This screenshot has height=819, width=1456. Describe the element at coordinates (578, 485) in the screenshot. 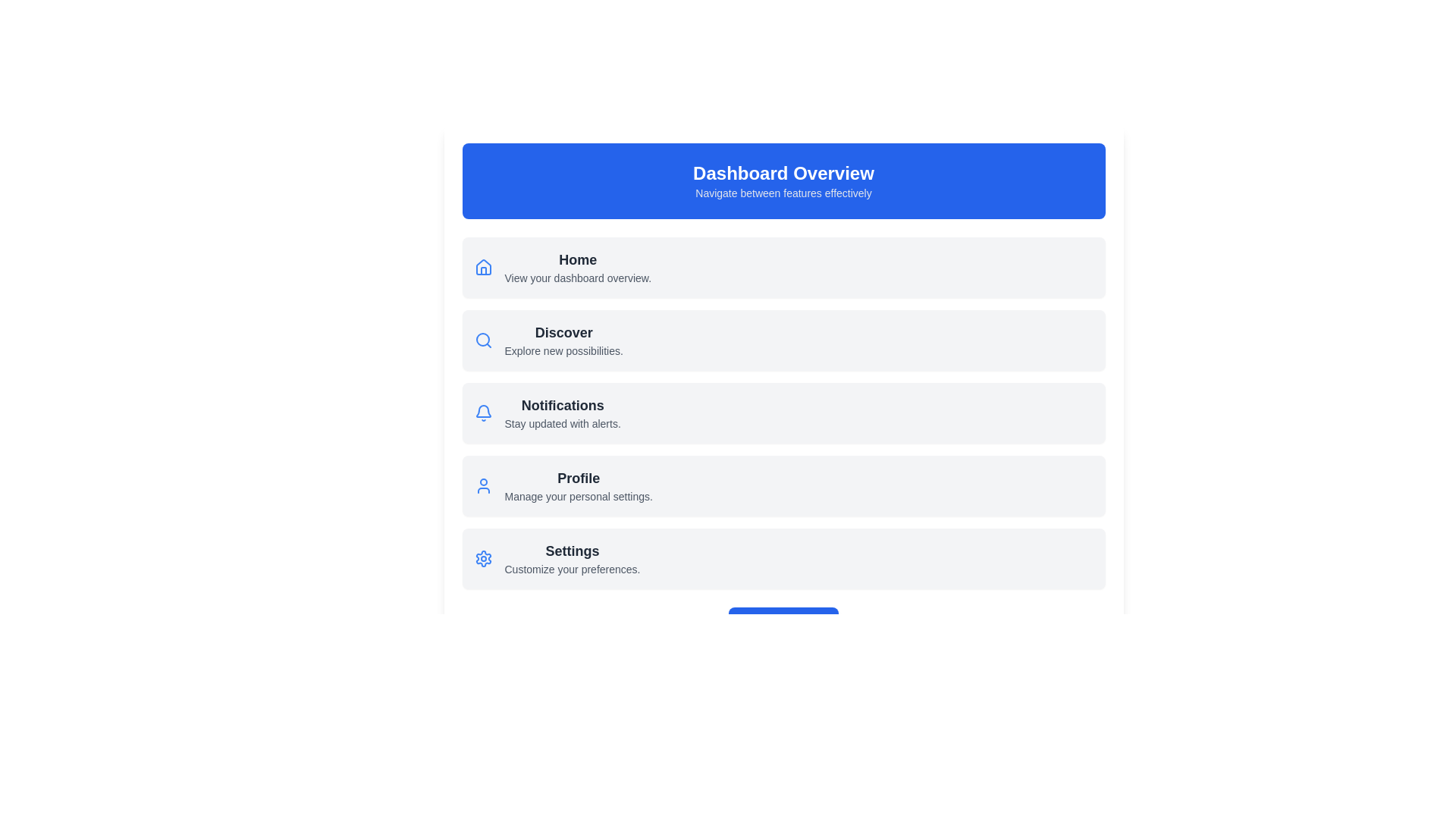

I see `the text block that serves as a menu item for managing personal settings, positioned fourth in a vertical list between 'Notifications' and 'Settings'` at that location.